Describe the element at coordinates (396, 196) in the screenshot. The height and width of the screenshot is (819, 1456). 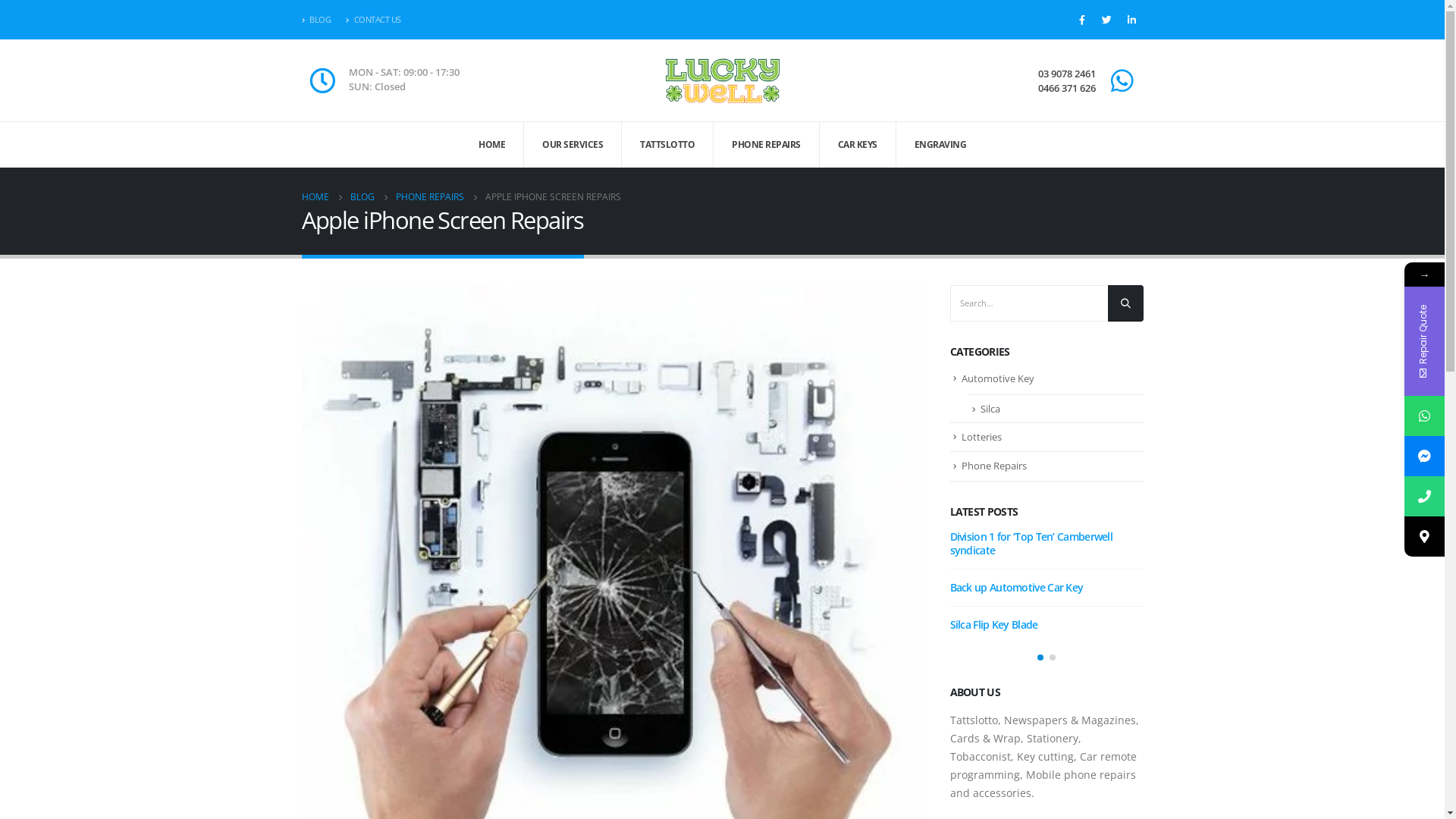
I see `'PHONE REPAIRS'` at that location.